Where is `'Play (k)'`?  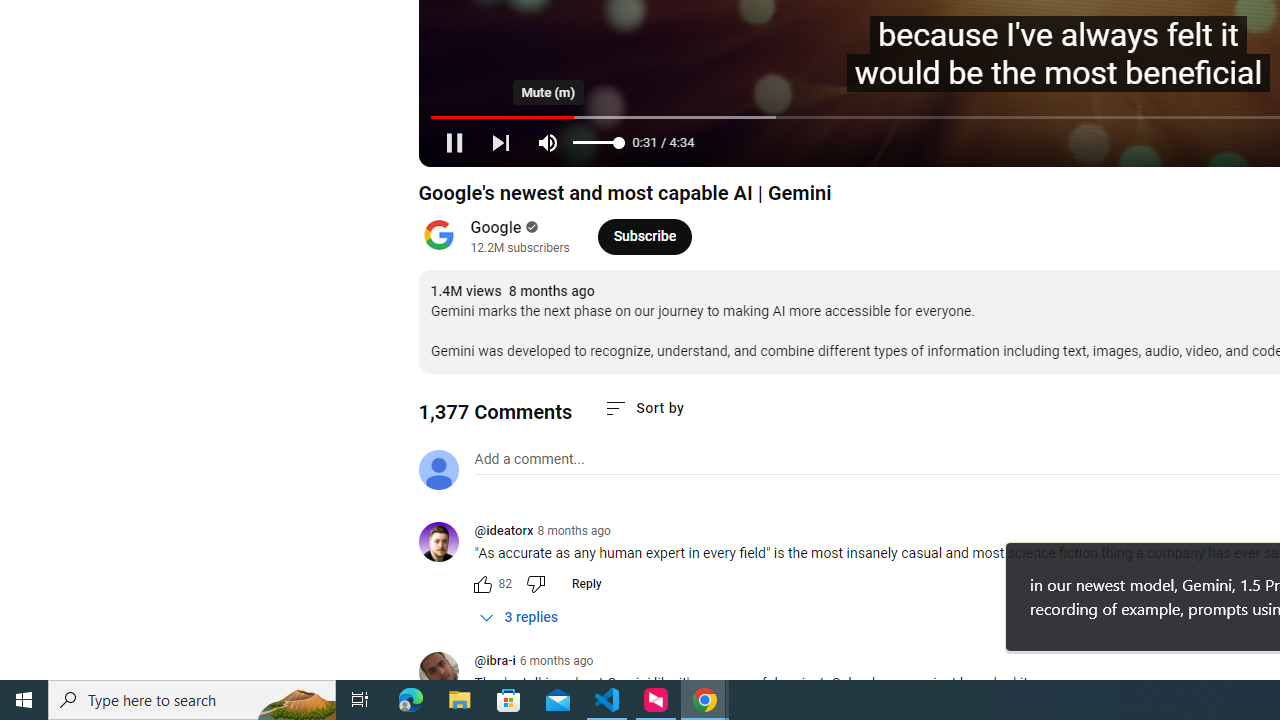 'Play (k)' is located at coordinates (452, 141).